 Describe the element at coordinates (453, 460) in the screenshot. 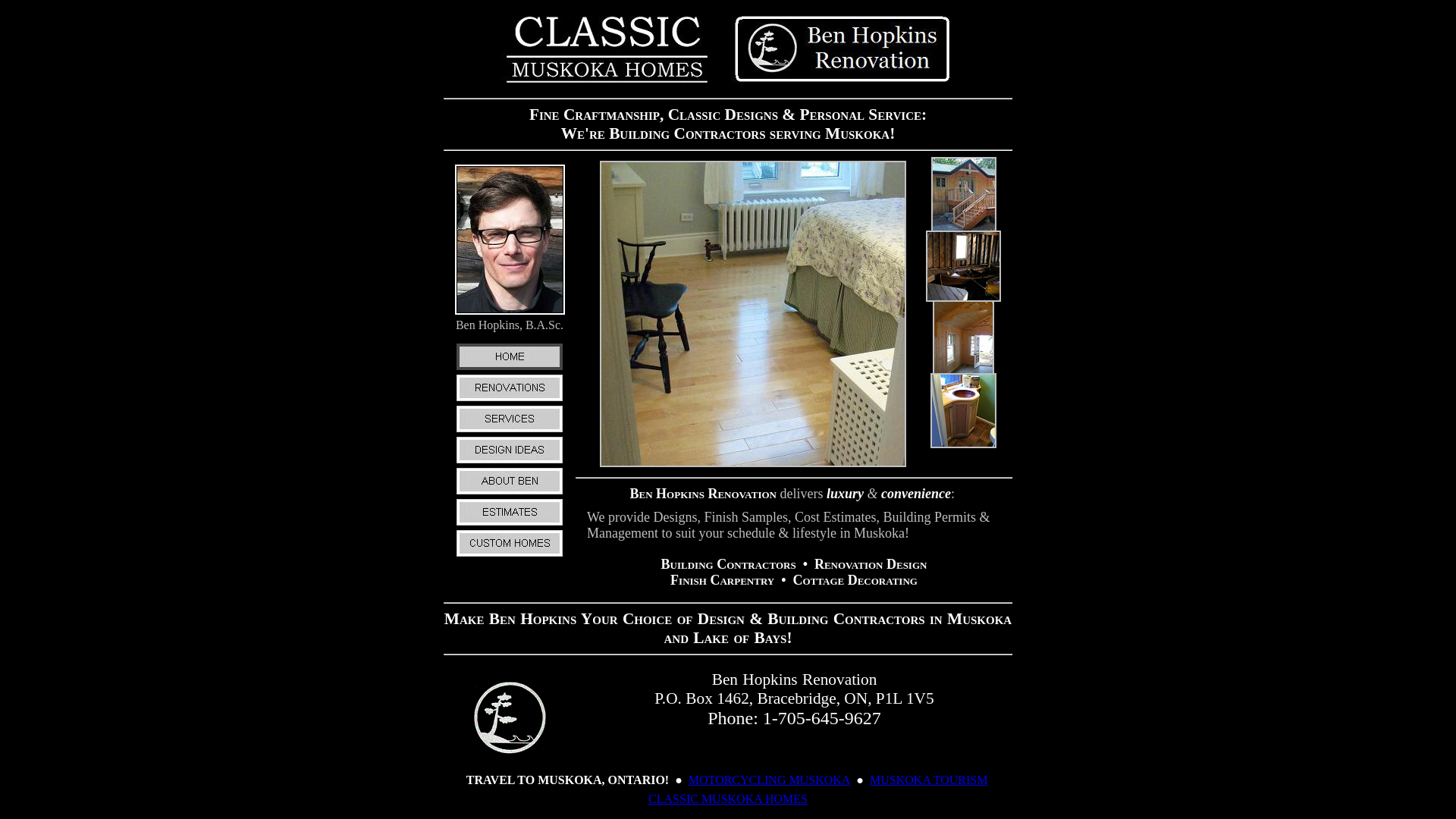

I see `'DESIGN IDEAS'` at that location.